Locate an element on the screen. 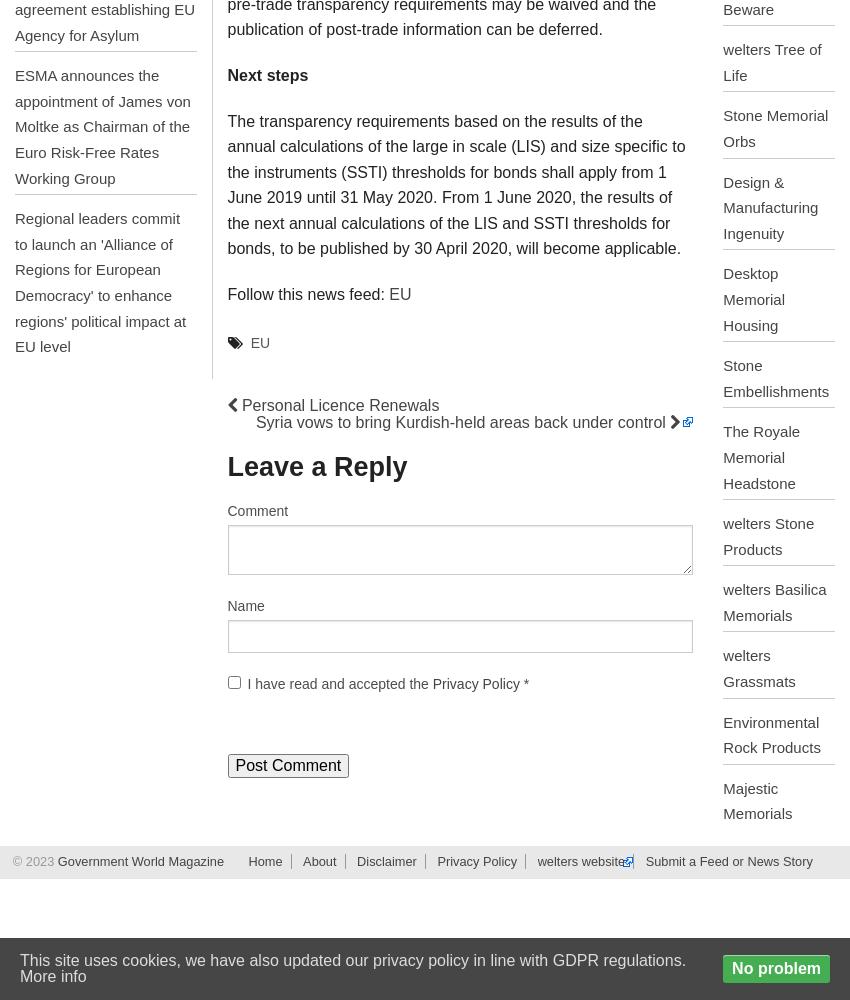 The image size is (850, 1000). 'About' is located at coordinates (319, 860).